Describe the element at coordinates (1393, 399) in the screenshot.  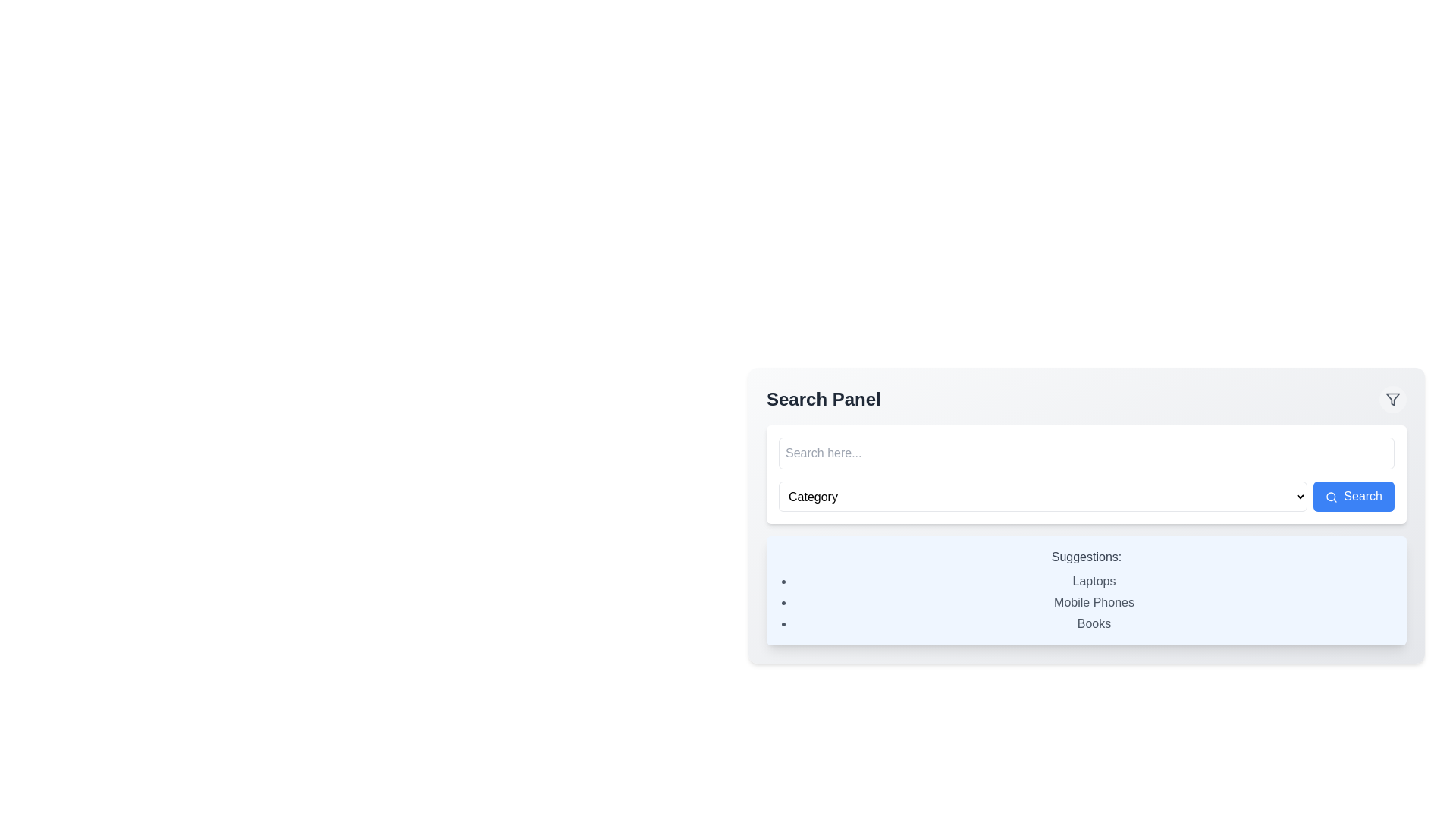
I see `the filter button located in the top-right corner of the panel, which has a small circular shape and a faint gray background` at that location.